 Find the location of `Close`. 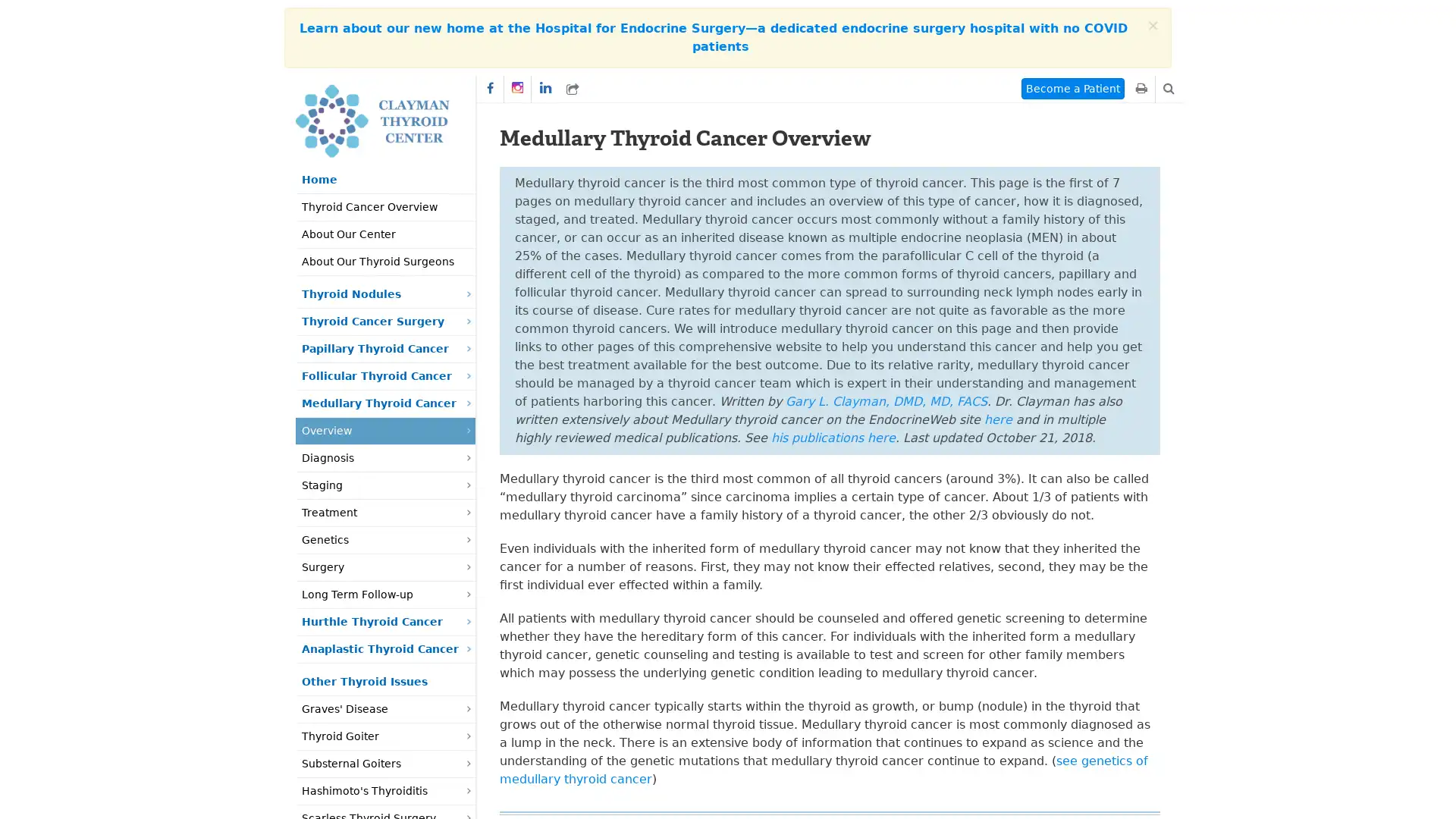

Close is located at coordinates (1153, 26).